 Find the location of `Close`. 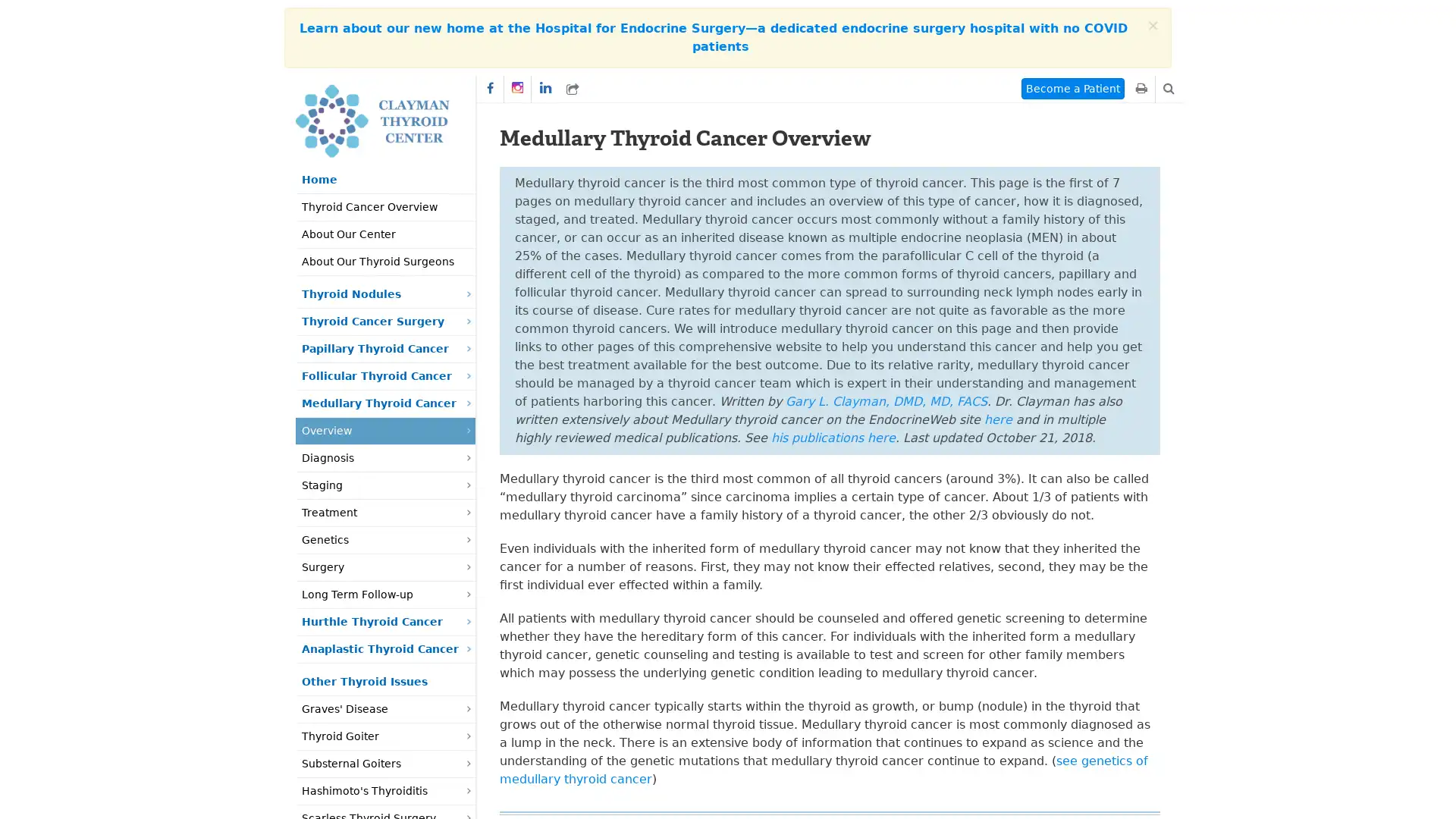

Close is located at coordinates (1153, 26).